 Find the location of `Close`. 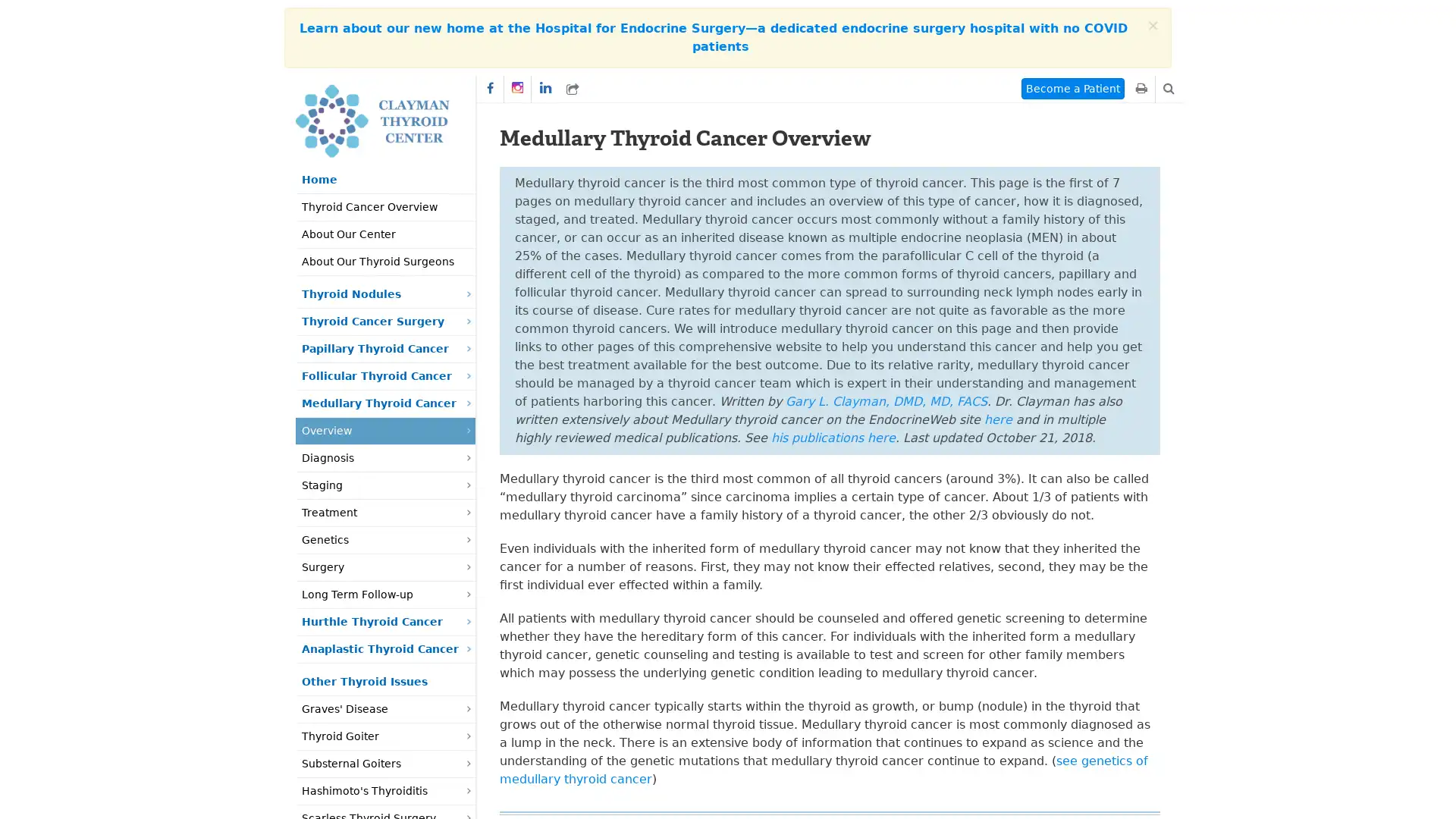

Close is located at coordinates (1153, 26).